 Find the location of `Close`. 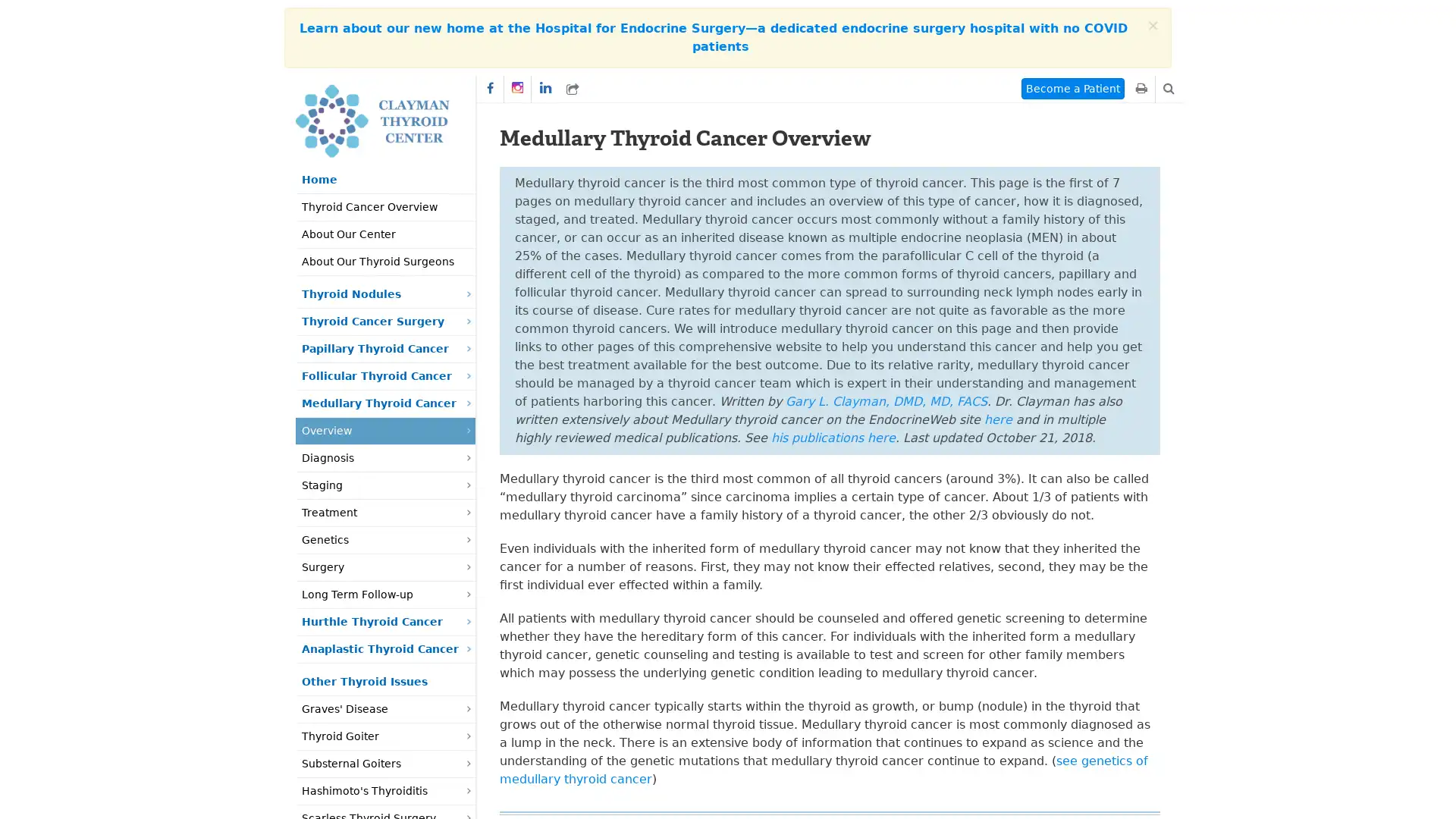

Close is located at coordinates (1153, 26).